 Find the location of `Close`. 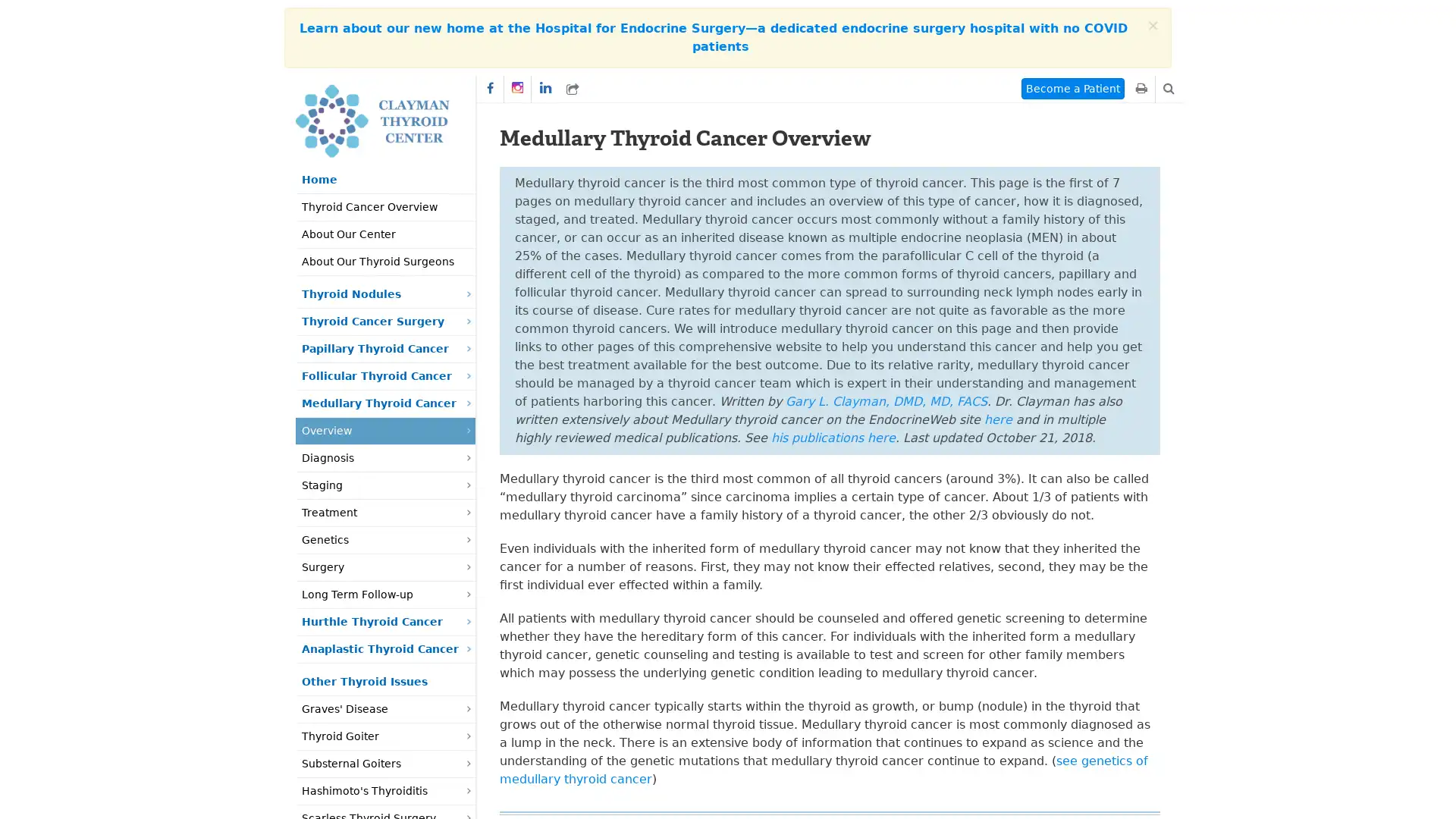

Close is located at coordinates (1153, 26).